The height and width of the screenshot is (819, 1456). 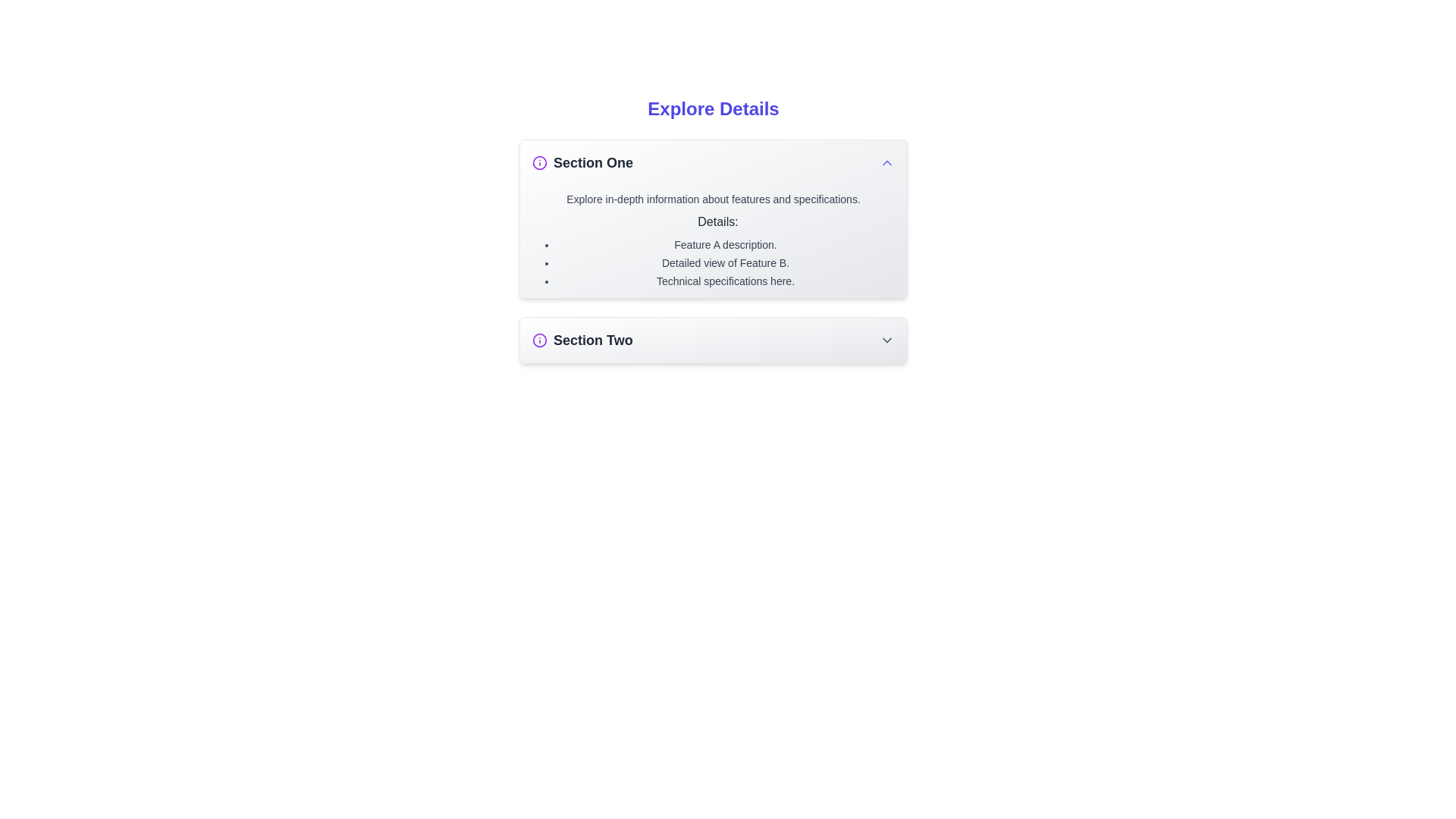 What do you see at coordinates (539, 339) in the screenshot?
I see `circular graphic icon within the 'Explore Details' interface, located to the left of the 'Section One' label` at bounding box center [539, 339].